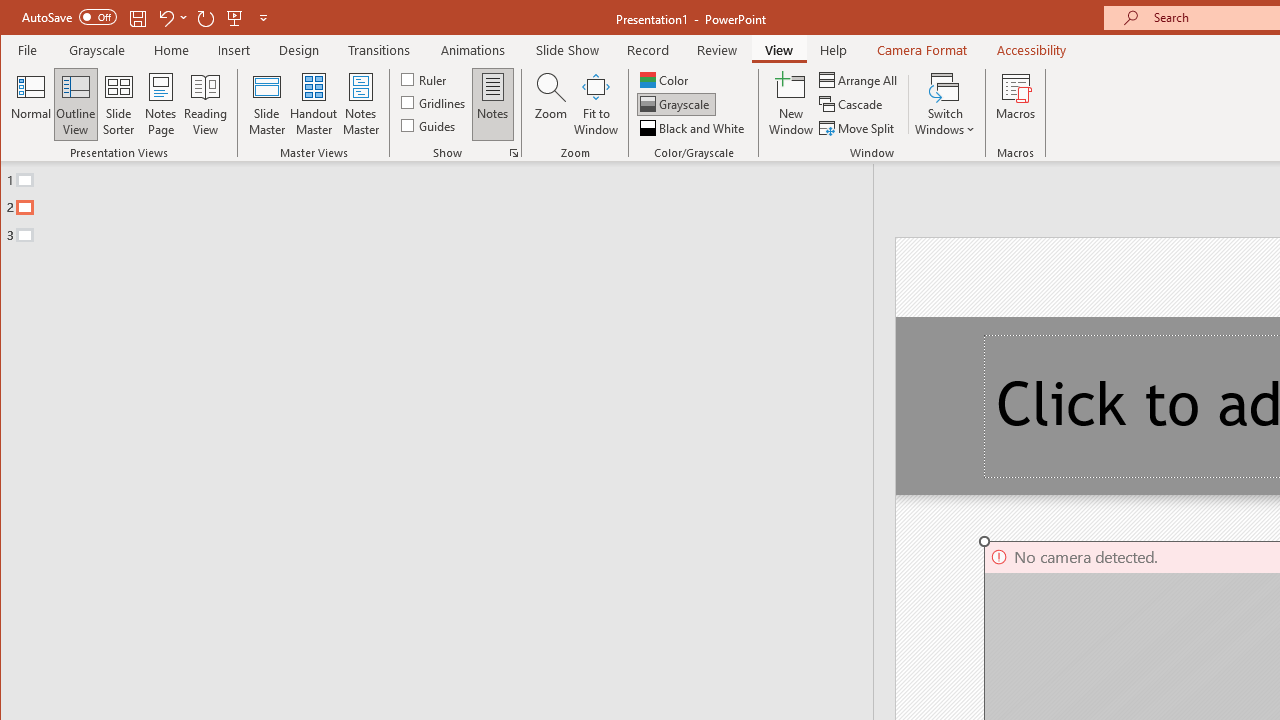 This screenshot has height=720, width=1280. I want to click on 'Move Split', so click(858, 128).